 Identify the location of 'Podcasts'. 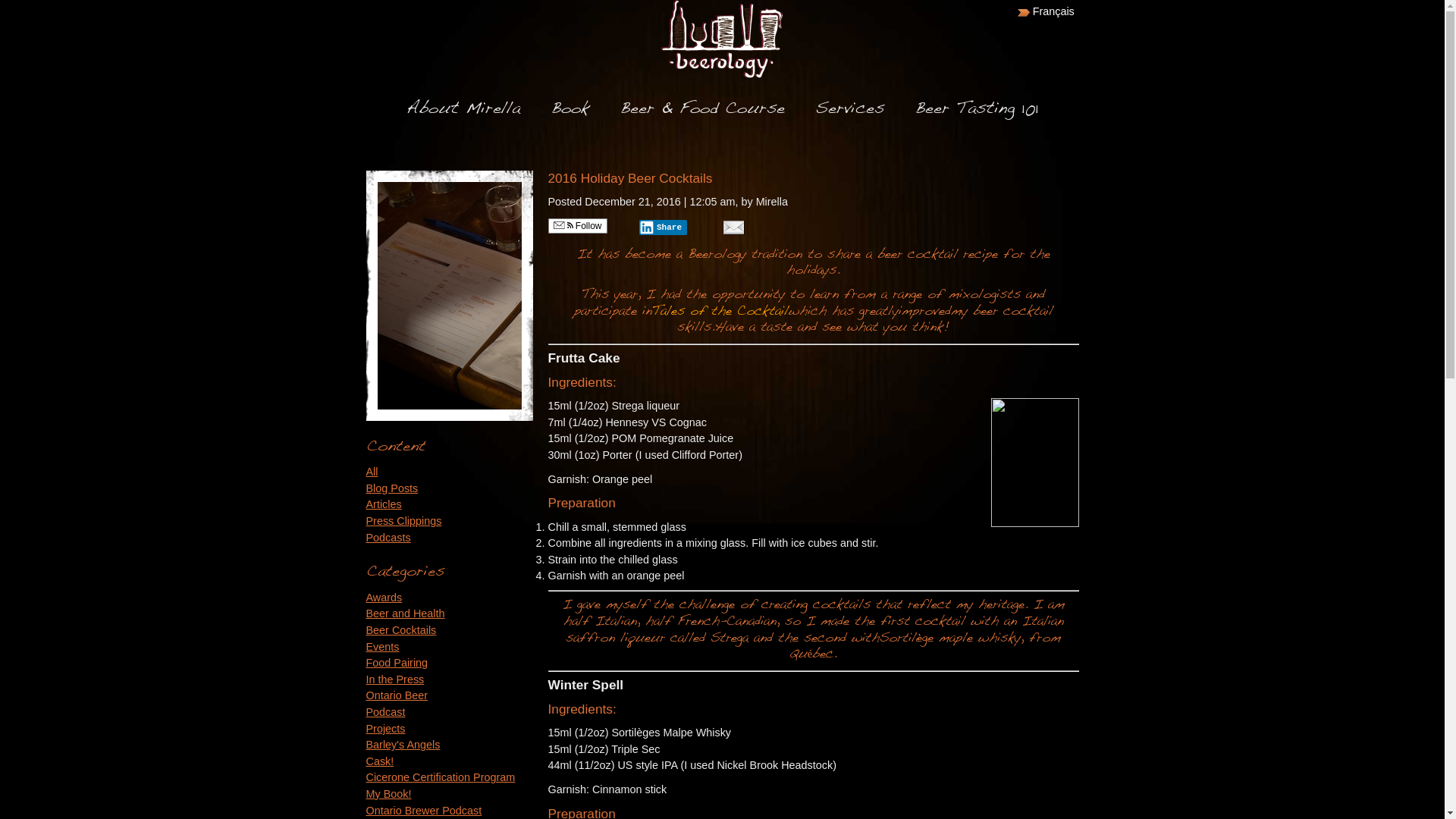
(388, 537).